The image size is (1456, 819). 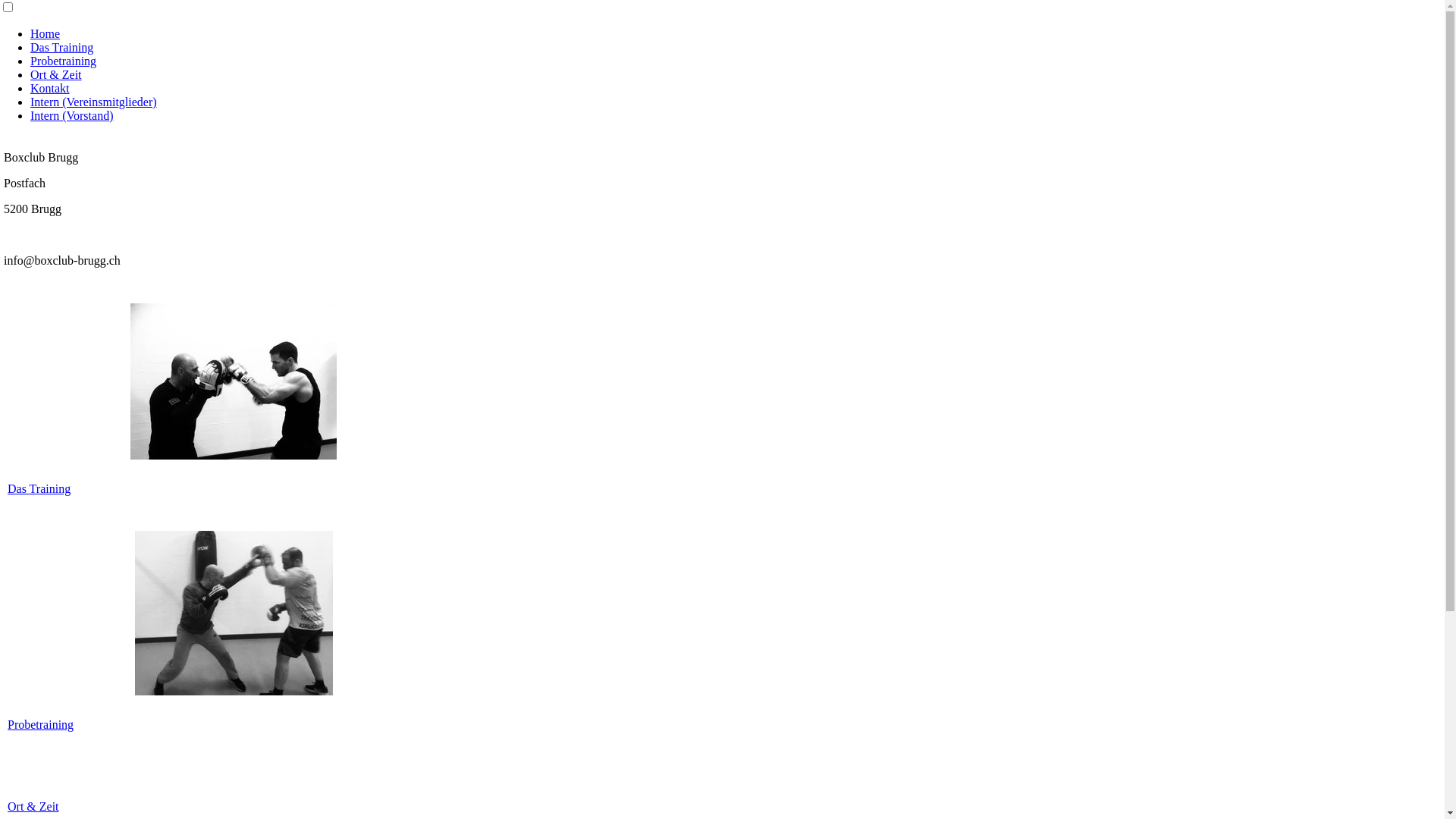 I want to click on 'Das Training', so click(x=61, y=46).